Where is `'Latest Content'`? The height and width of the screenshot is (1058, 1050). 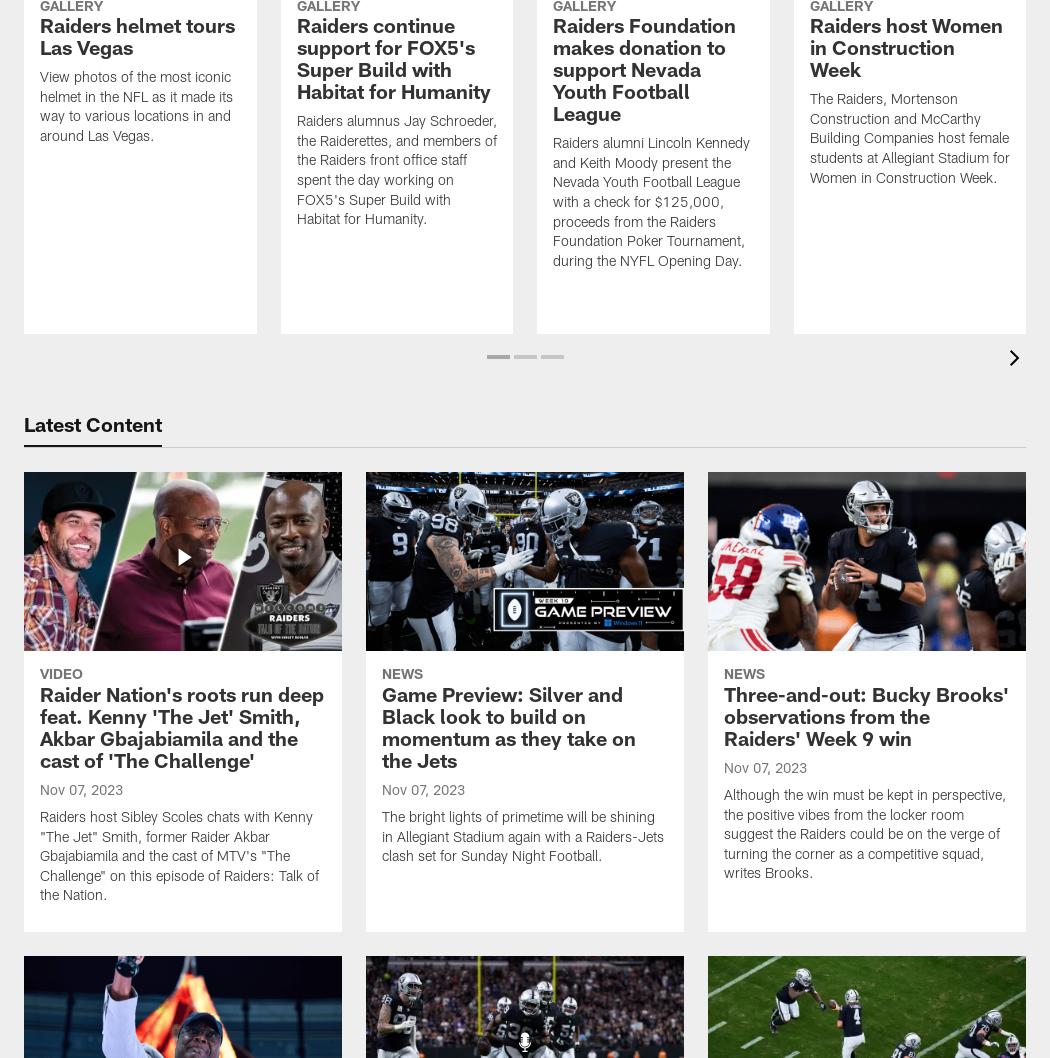 'Latest Content' is located at coordinates (24, 427).